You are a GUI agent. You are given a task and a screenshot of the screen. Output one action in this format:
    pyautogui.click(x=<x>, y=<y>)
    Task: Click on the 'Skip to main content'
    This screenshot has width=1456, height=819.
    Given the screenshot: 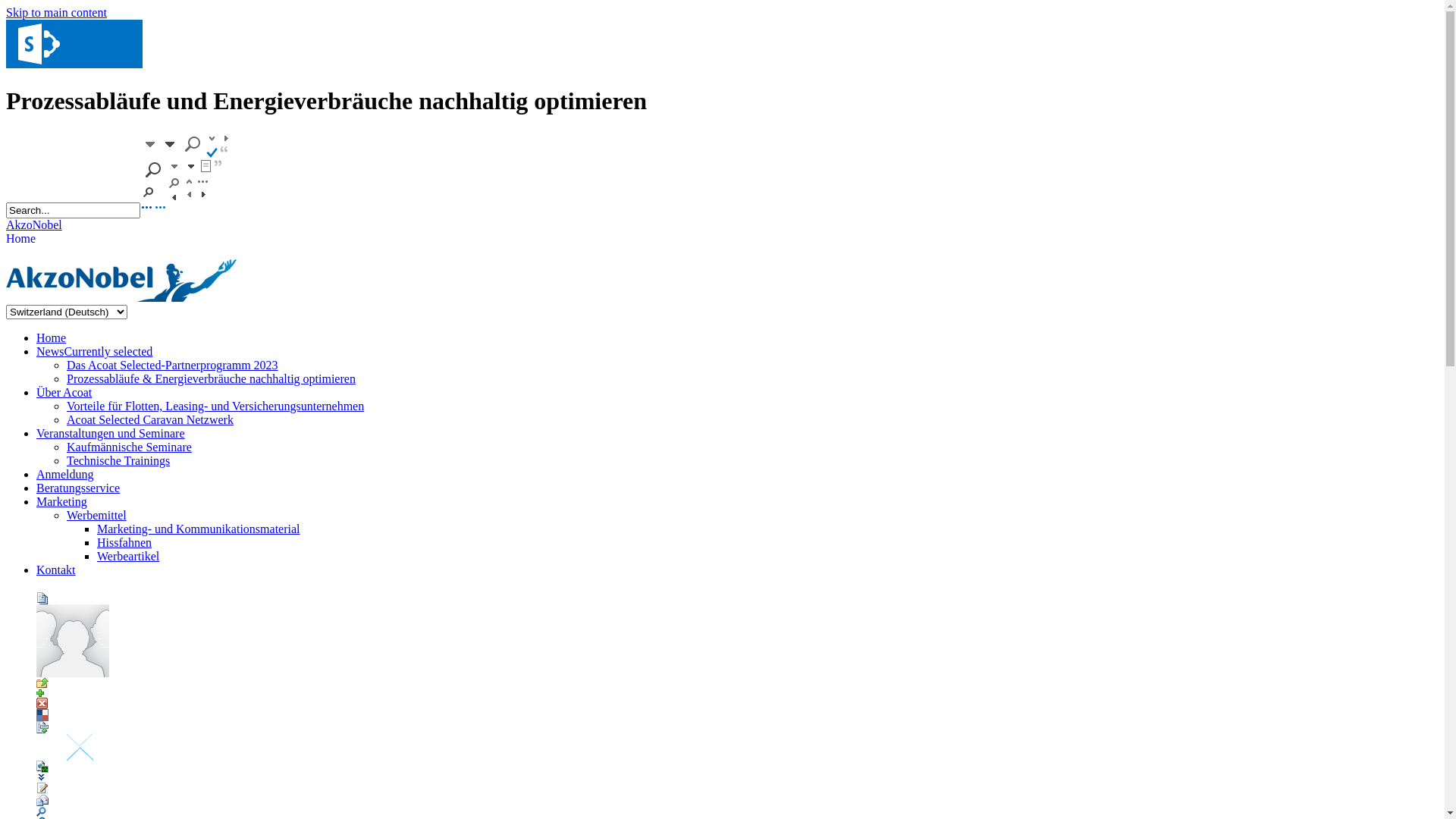 What is the action you would take?
    pyautogui.click(x=56, y=12)
    